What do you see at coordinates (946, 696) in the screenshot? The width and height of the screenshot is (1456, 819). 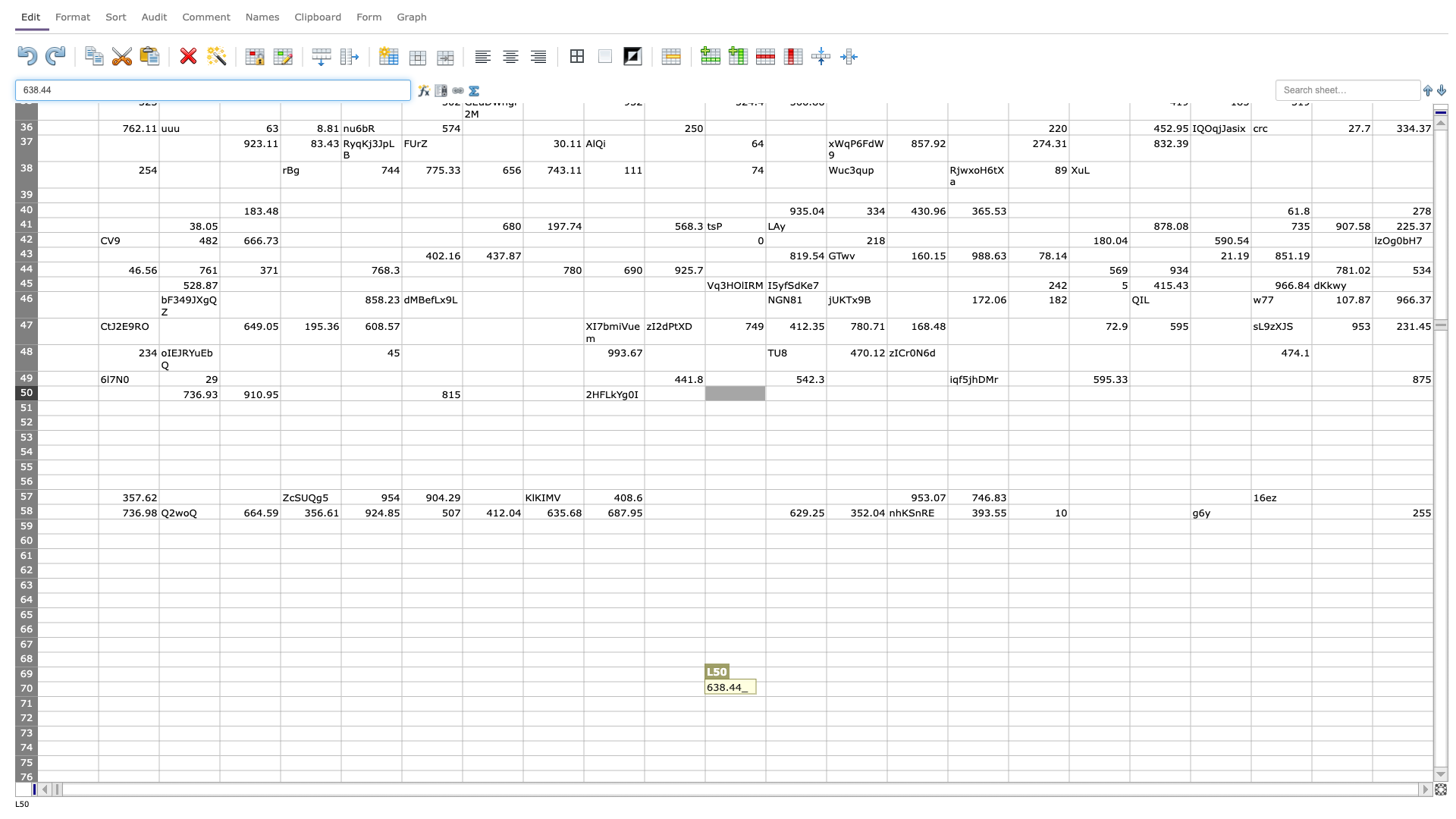 I see `bottom right corner of O70` at bounding box center [946, 696].